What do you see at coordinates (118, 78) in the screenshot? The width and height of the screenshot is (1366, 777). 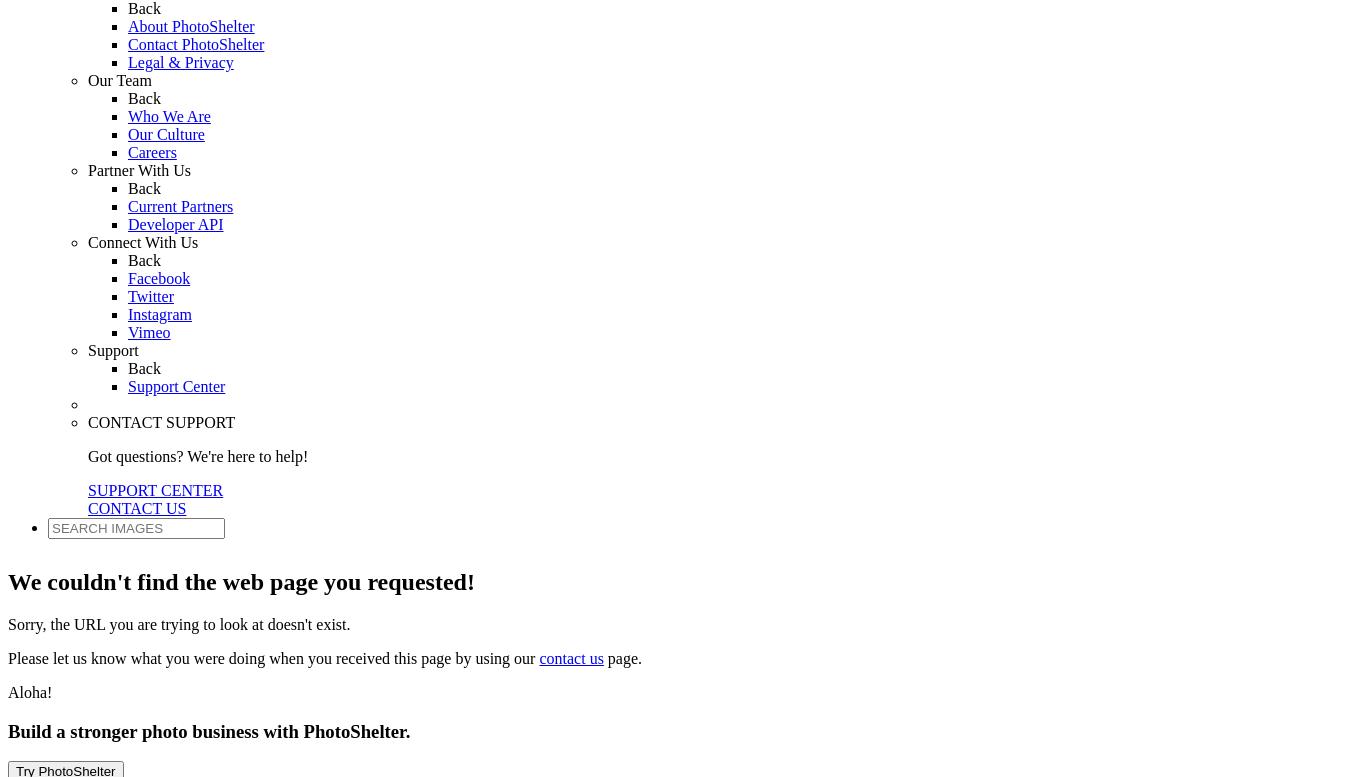 I see `'Our Team'` at bounding box center [118, 78].